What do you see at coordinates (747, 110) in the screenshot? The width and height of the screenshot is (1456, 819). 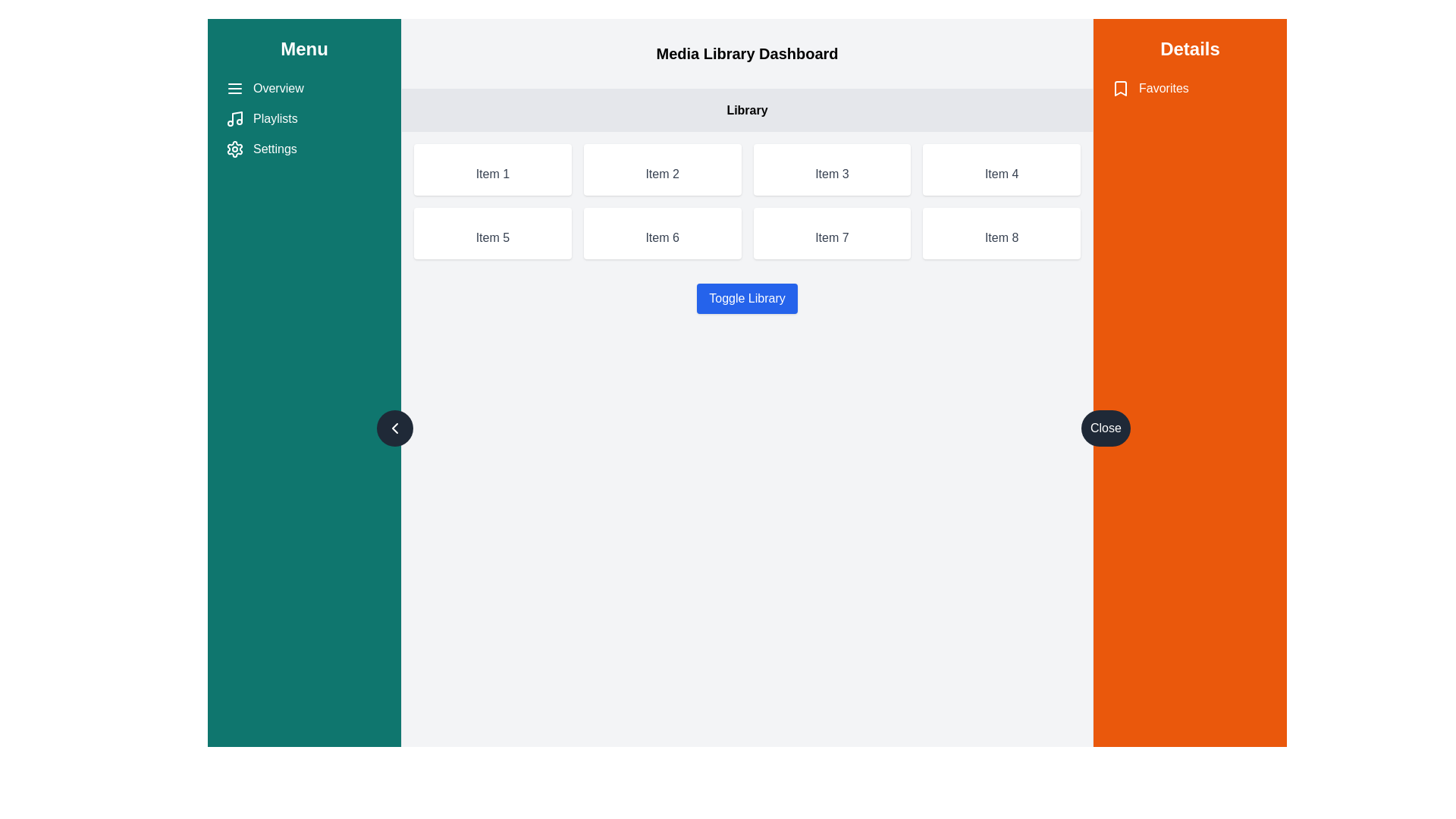 I see `the Text Label that serves as a heading for the 'Media Library Dashboard', visually separating the content below it` at bounding box center [747, 110].